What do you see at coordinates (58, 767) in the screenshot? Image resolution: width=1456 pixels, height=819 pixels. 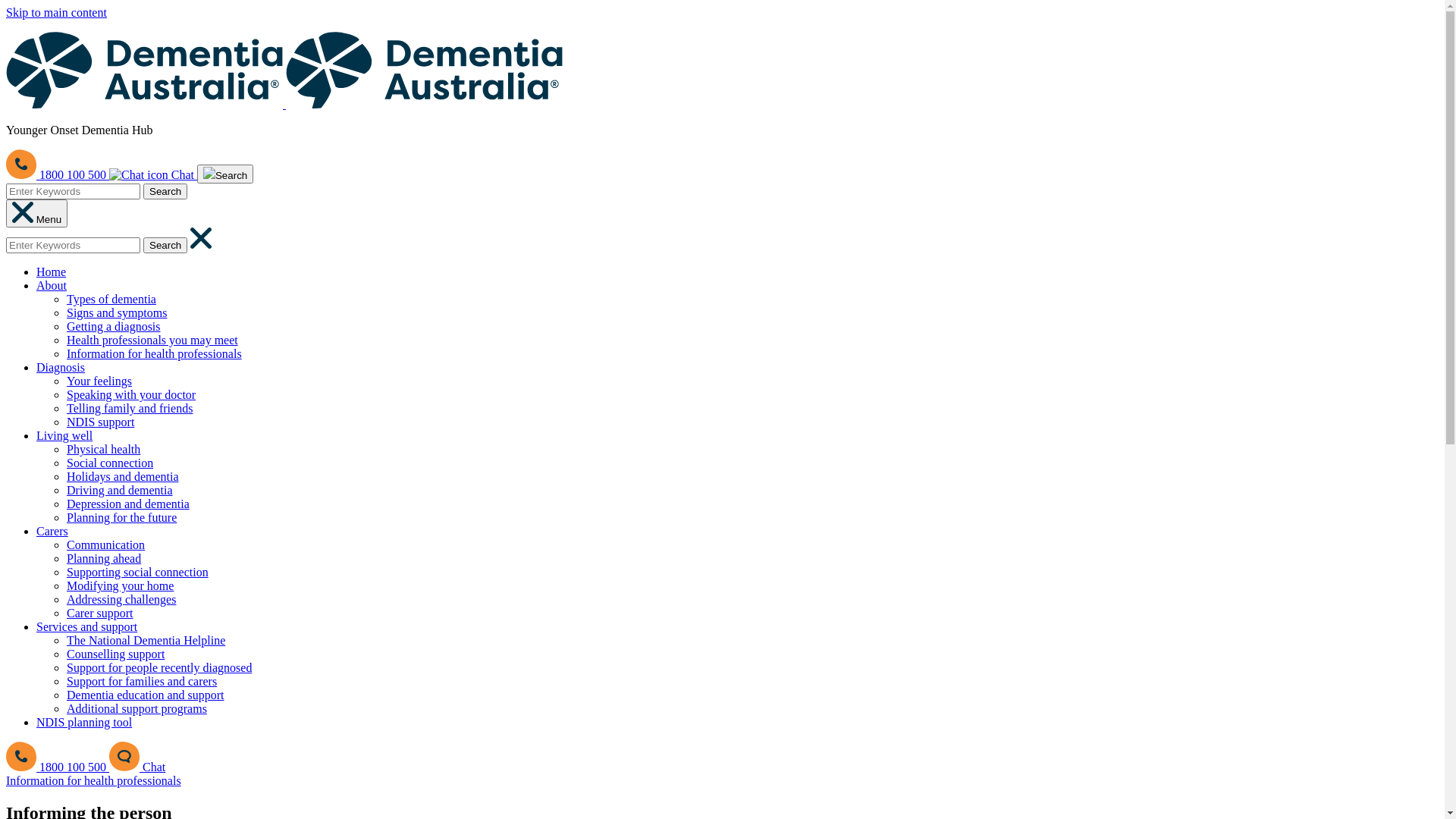 I see `'1800 100 500'` at bounding box center [58, 767].